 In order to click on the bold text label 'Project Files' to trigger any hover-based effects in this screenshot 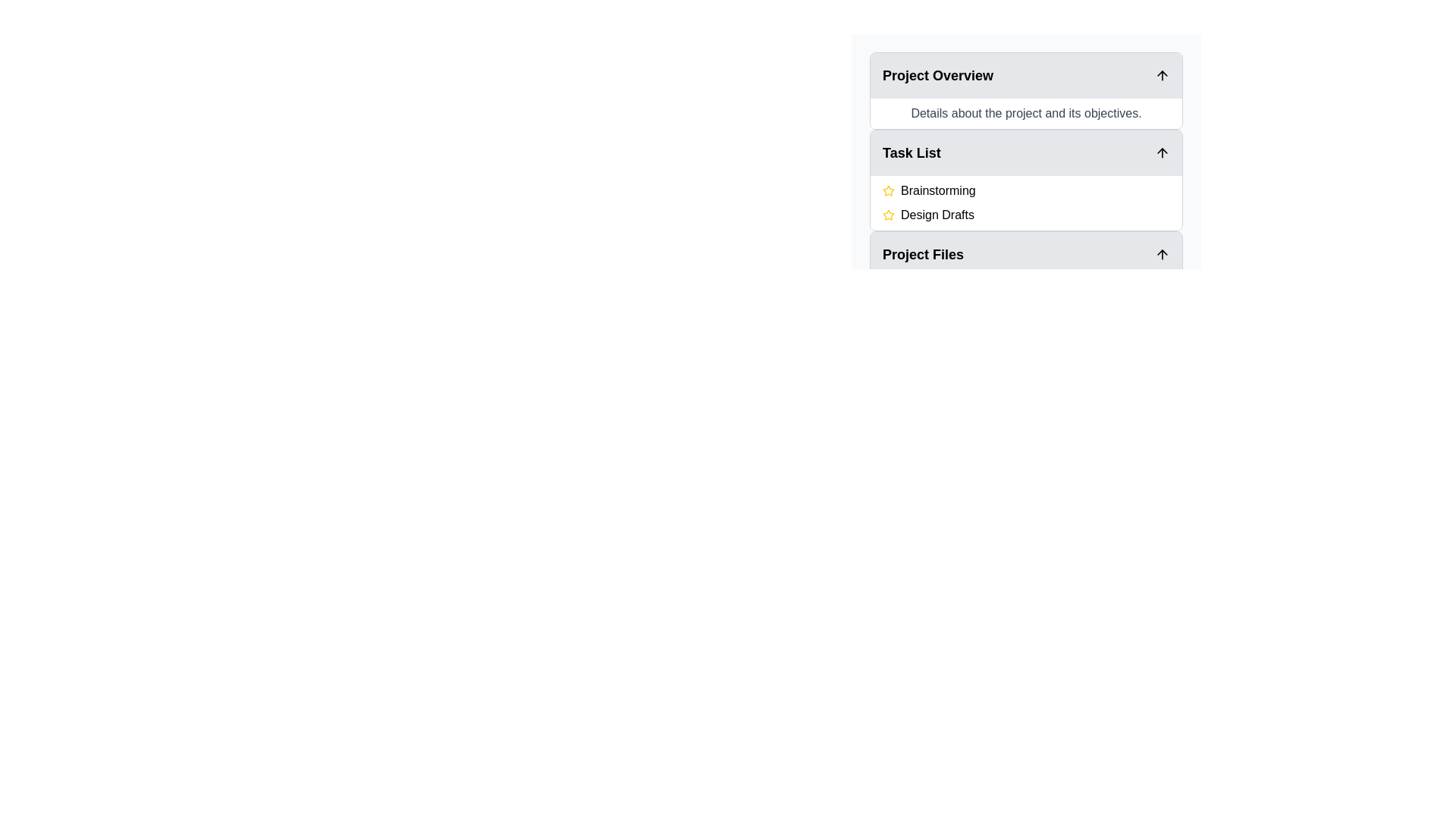, I will do `click(922, 253)`.